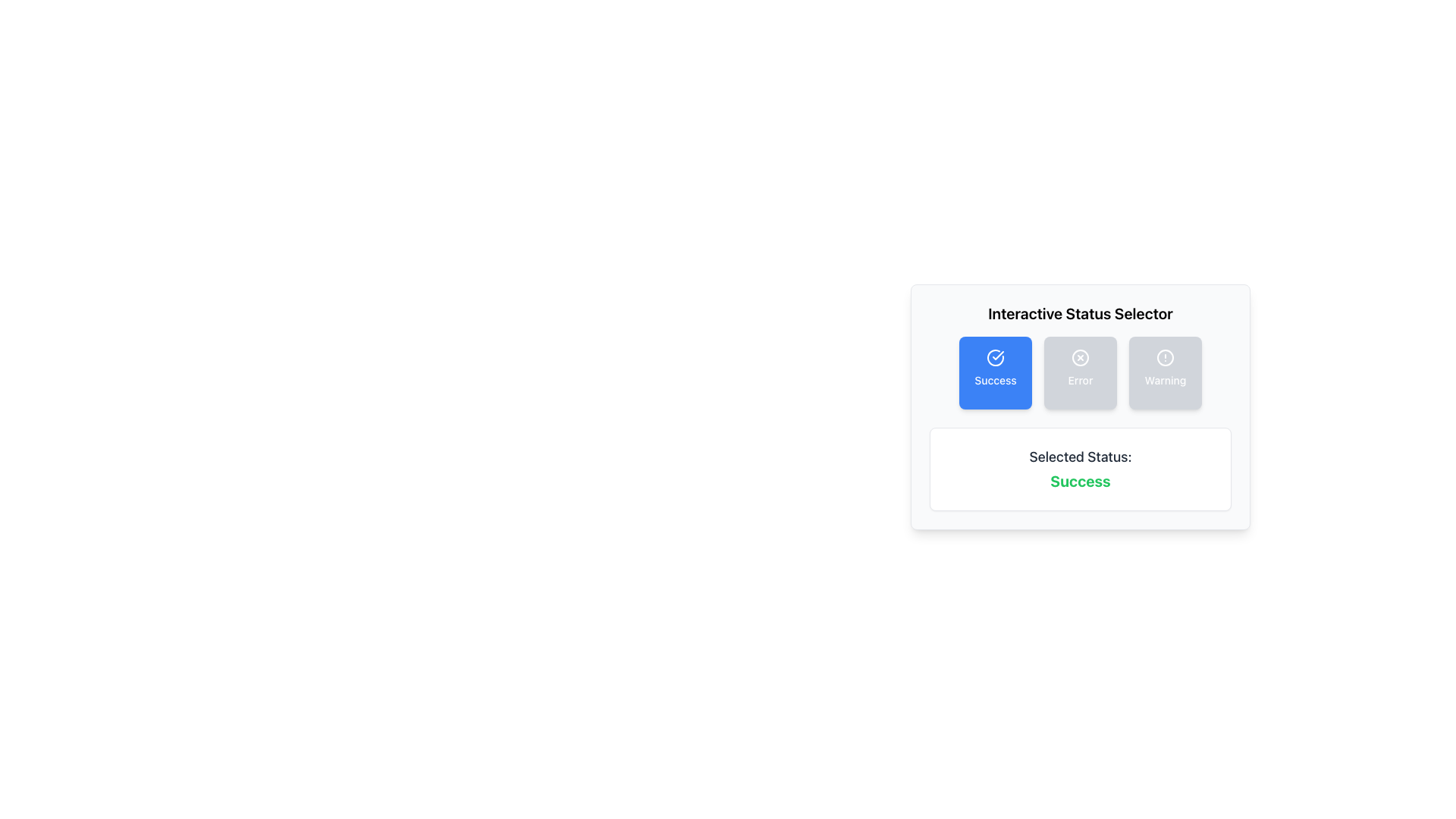 The height and width of the screenshot is (819, 1456). Describe the element at coordinates (1164, 379) in the screenshot. I see `the 'Warning' status text label, which is located beneath the warning icon and is the third option in a horizontal layout of status descriptors` at that location.